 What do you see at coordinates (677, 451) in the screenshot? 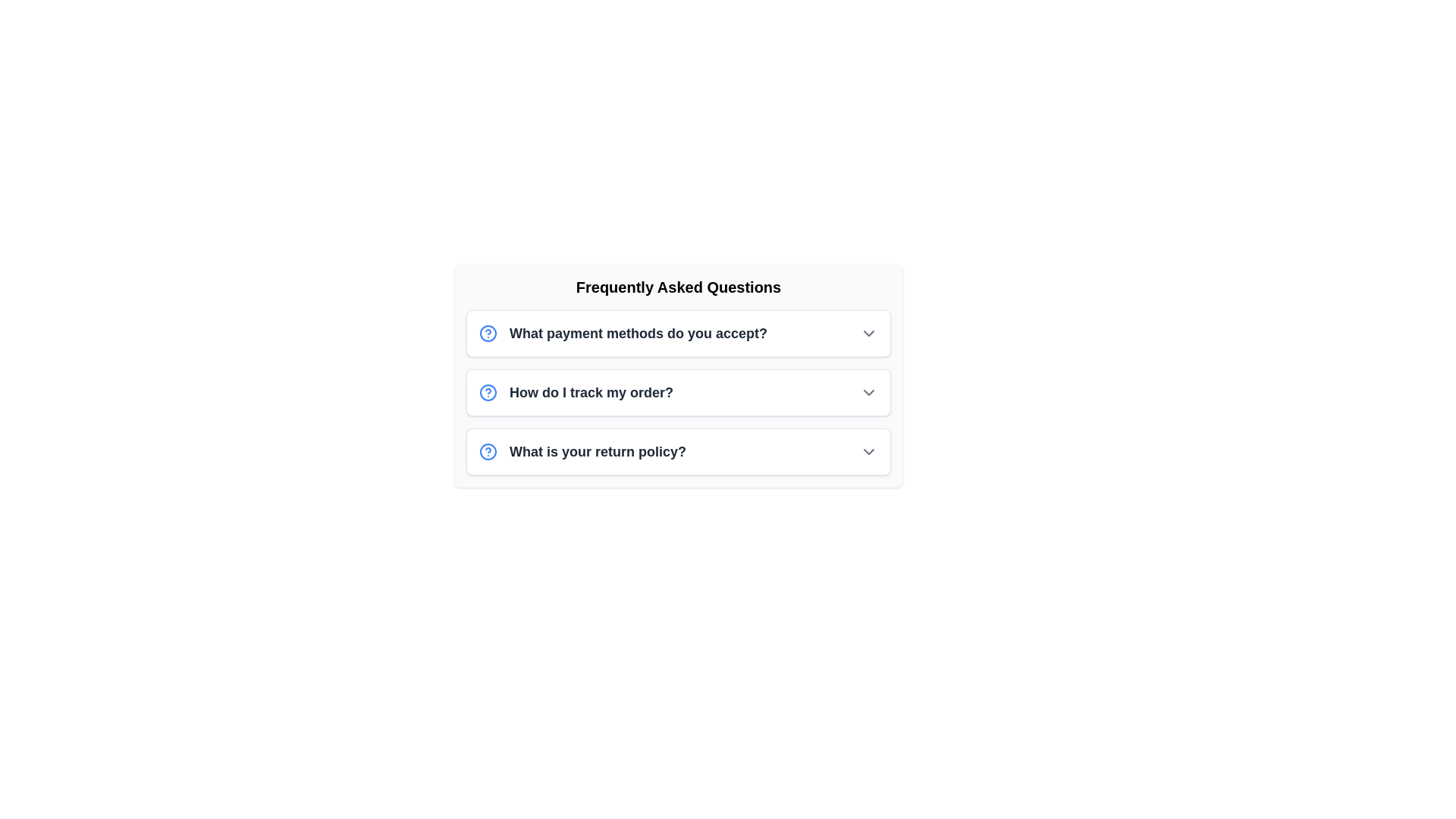
I see `the third item in the FAQ list, which expands` at bounding box center [677, 451].